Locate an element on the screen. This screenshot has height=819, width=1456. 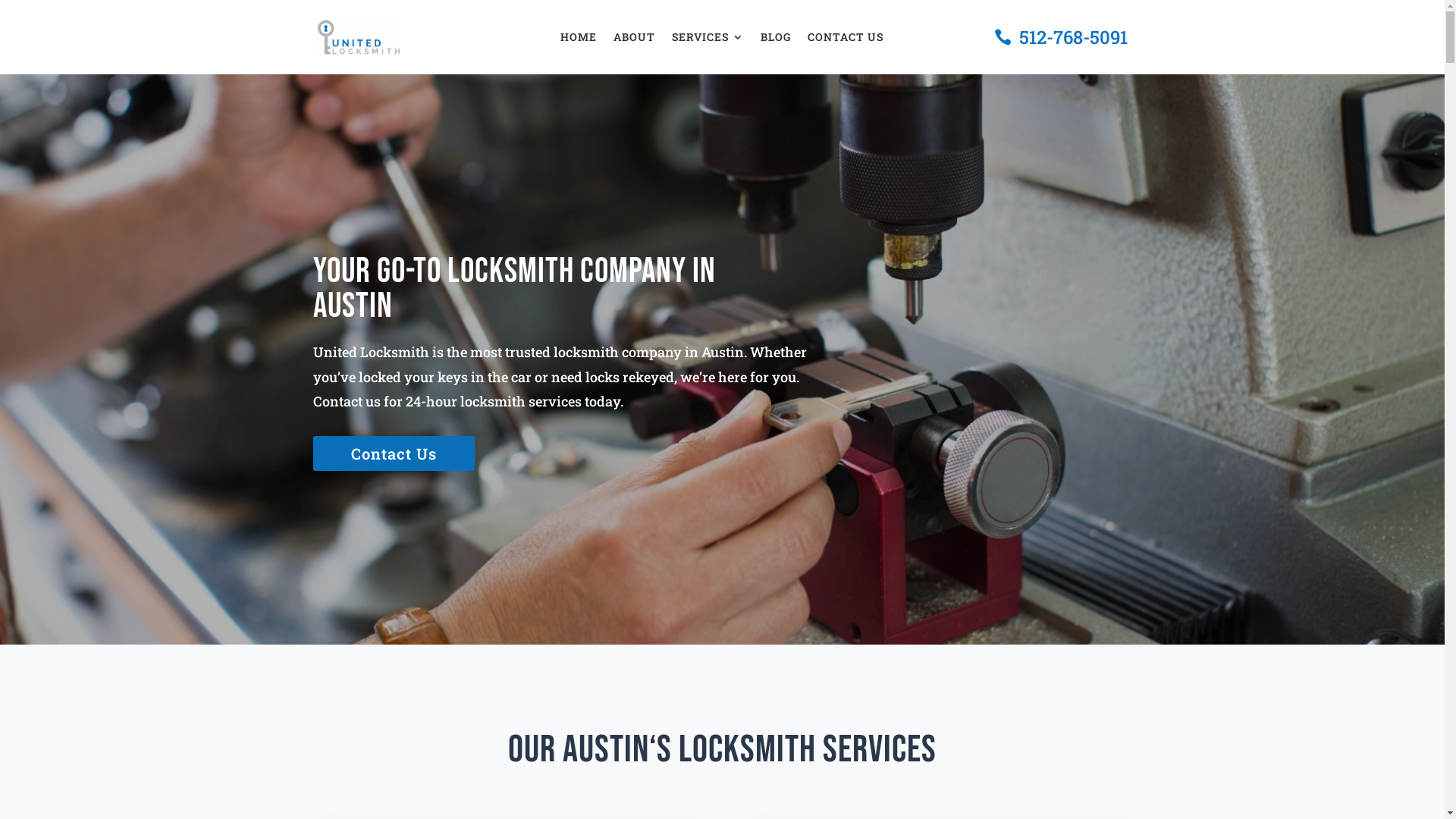
'SERVICES' is located at coordinates (707, 39).